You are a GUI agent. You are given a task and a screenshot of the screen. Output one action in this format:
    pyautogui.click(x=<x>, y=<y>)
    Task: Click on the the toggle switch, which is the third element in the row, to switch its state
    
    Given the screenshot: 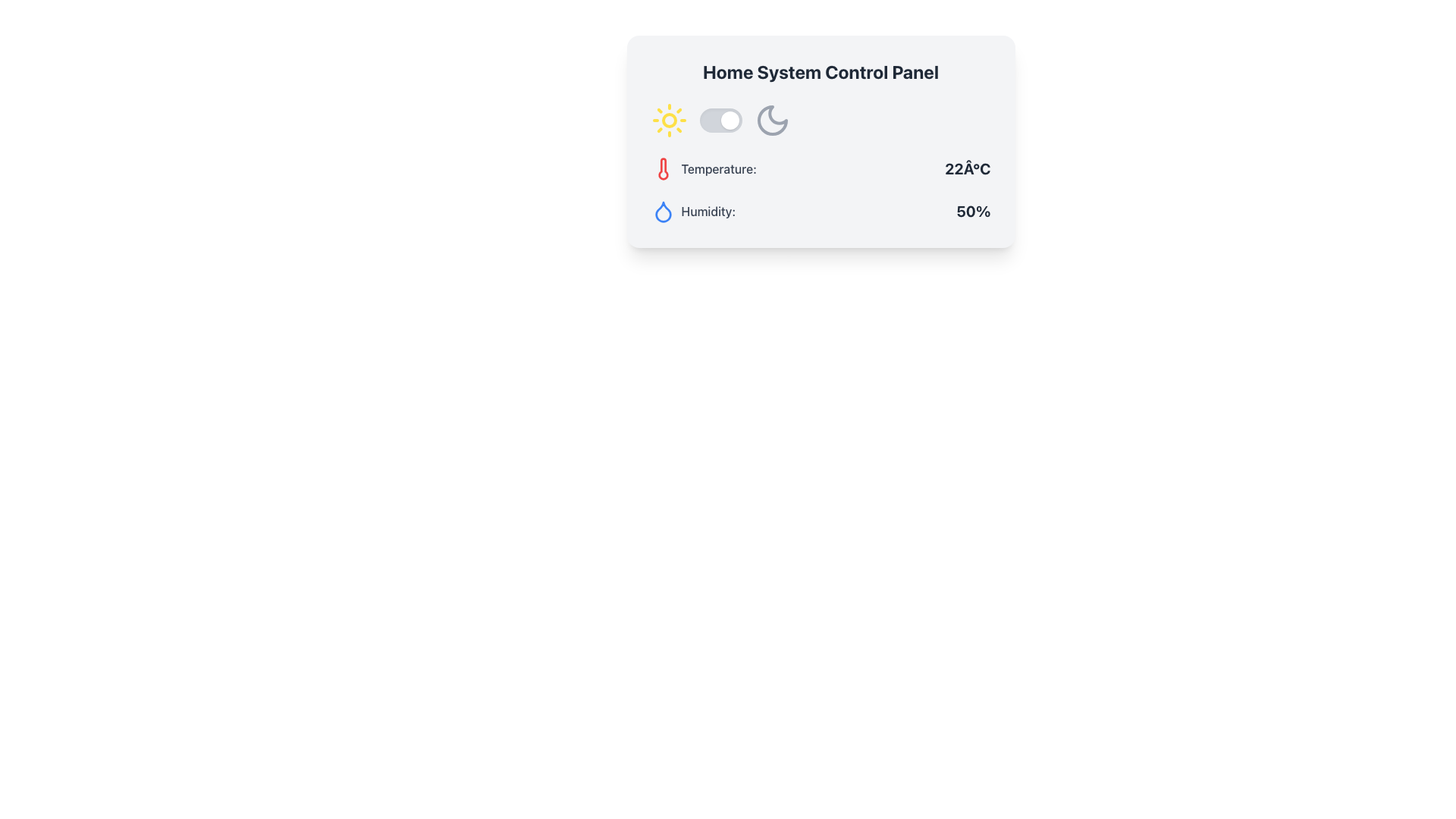 What is the action you would take?
    pyautogui.click(x=720, y=119)
    